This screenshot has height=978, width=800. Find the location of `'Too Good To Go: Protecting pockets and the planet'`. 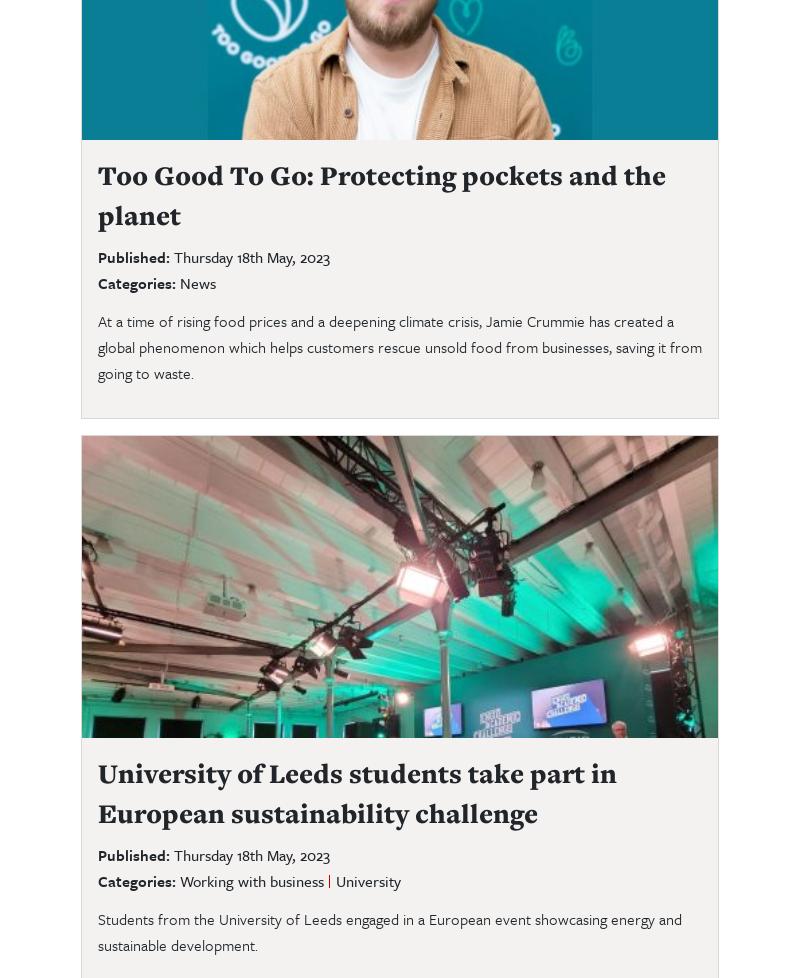

'Too Good To Go: Protecting pockets and the planet' is located at coordinates (98, 194).